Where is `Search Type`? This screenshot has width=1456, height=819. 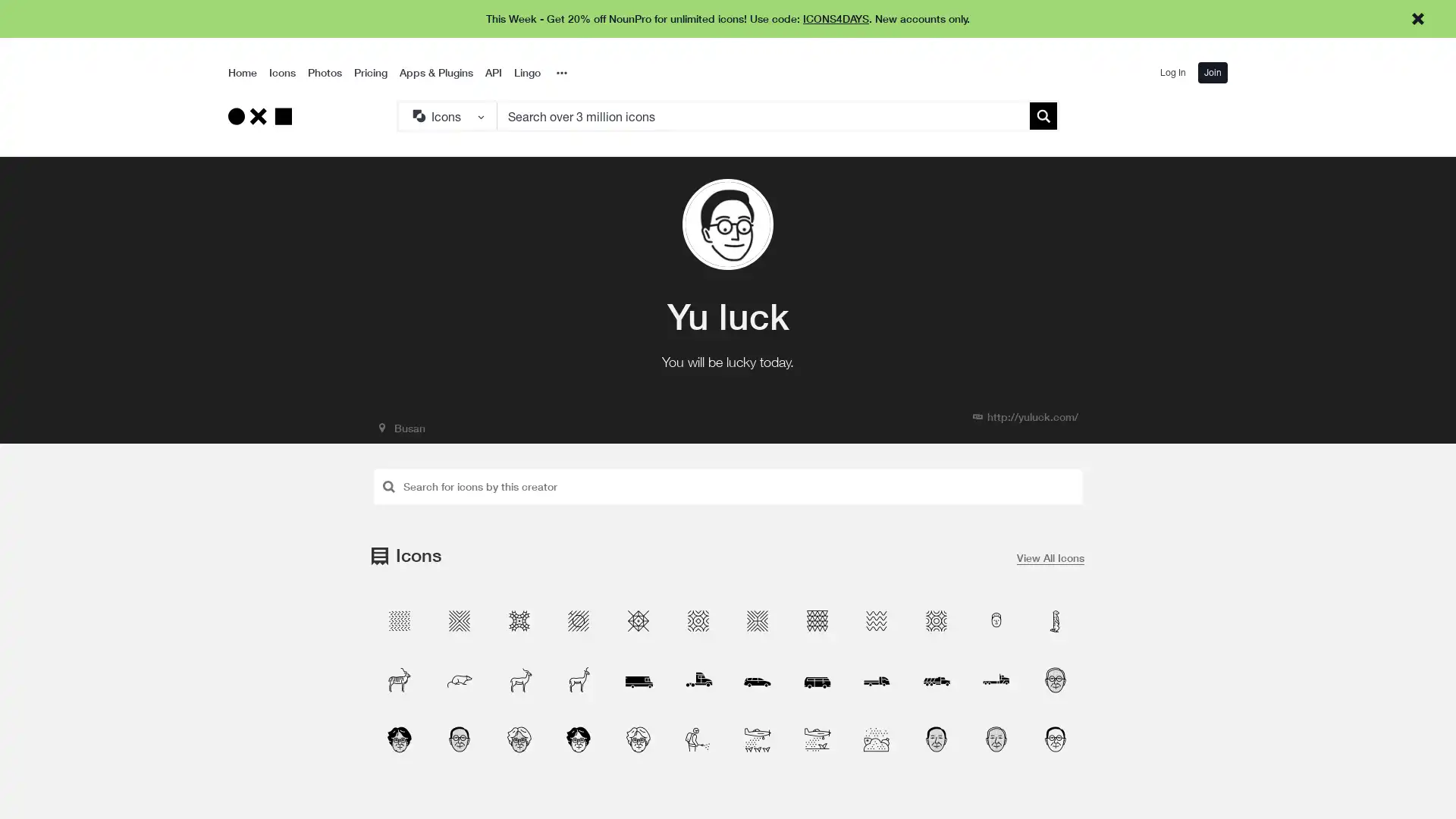
Search Type is located at coordinates (447, 115).